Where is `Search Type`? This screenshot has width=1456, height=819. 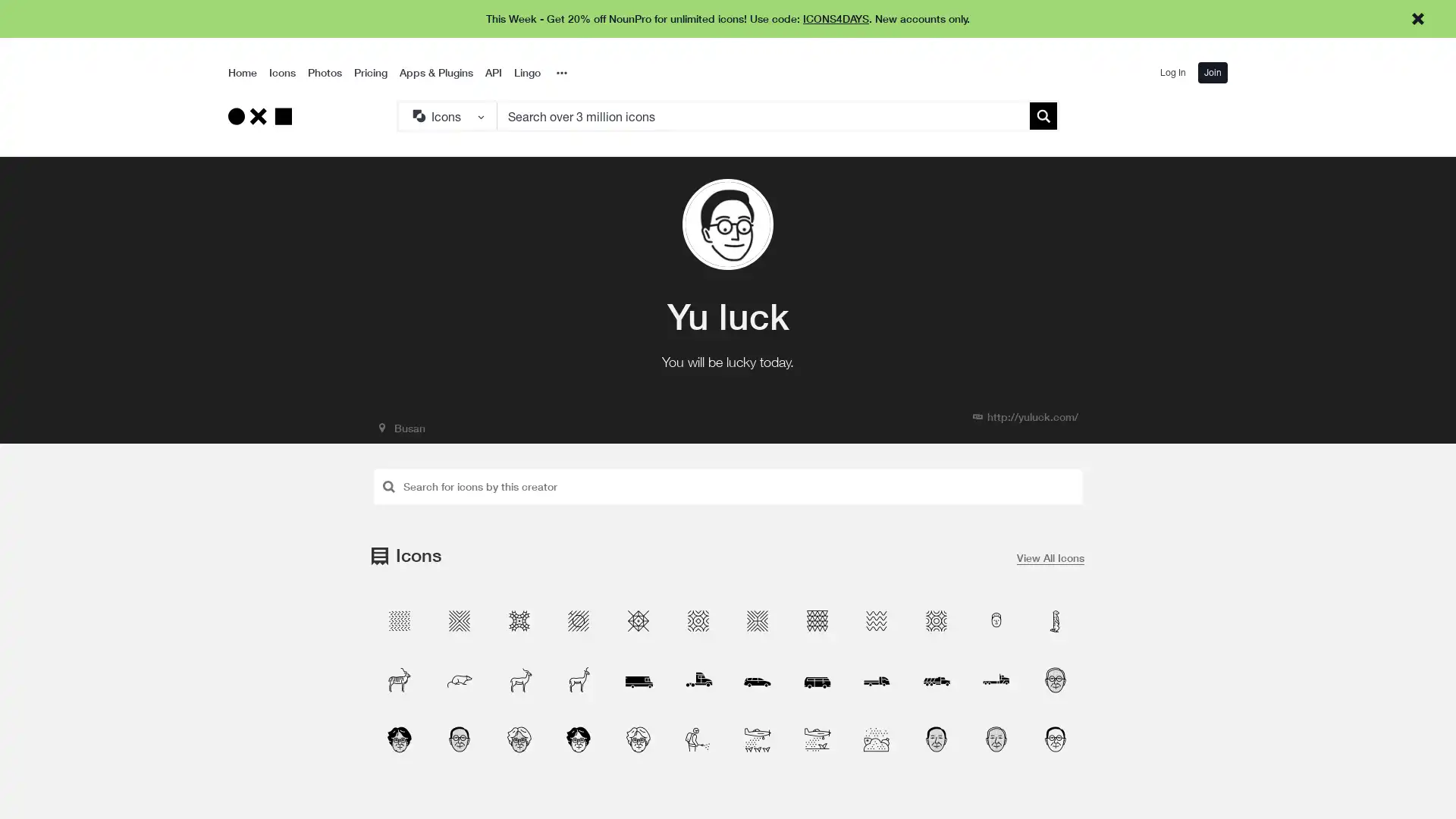
Search Type is located at coordinates (447, 115).